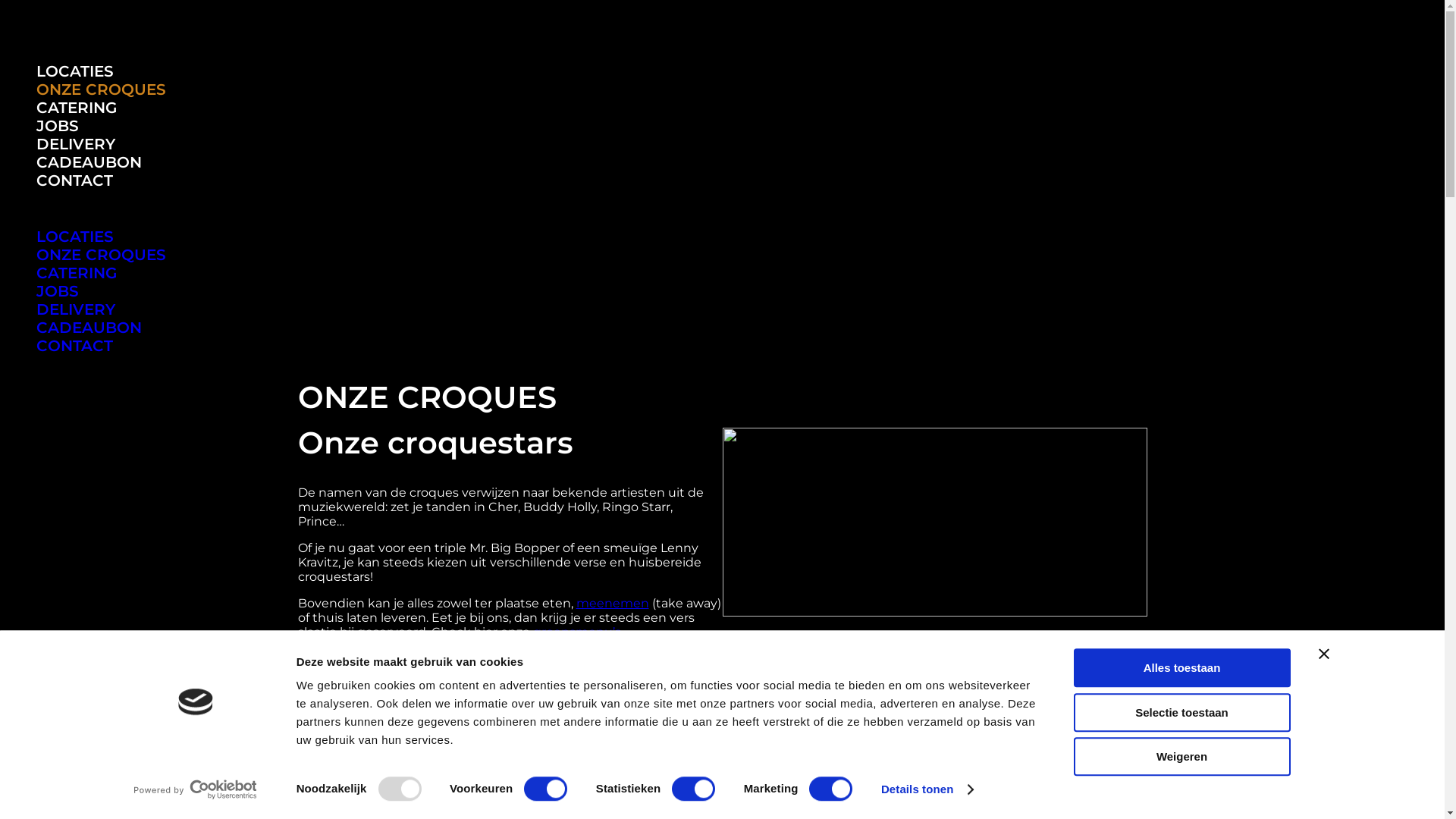 This screenshot has width=1456, height=819. I want to click on 'Selectie toestaan', so click(1073, 712).